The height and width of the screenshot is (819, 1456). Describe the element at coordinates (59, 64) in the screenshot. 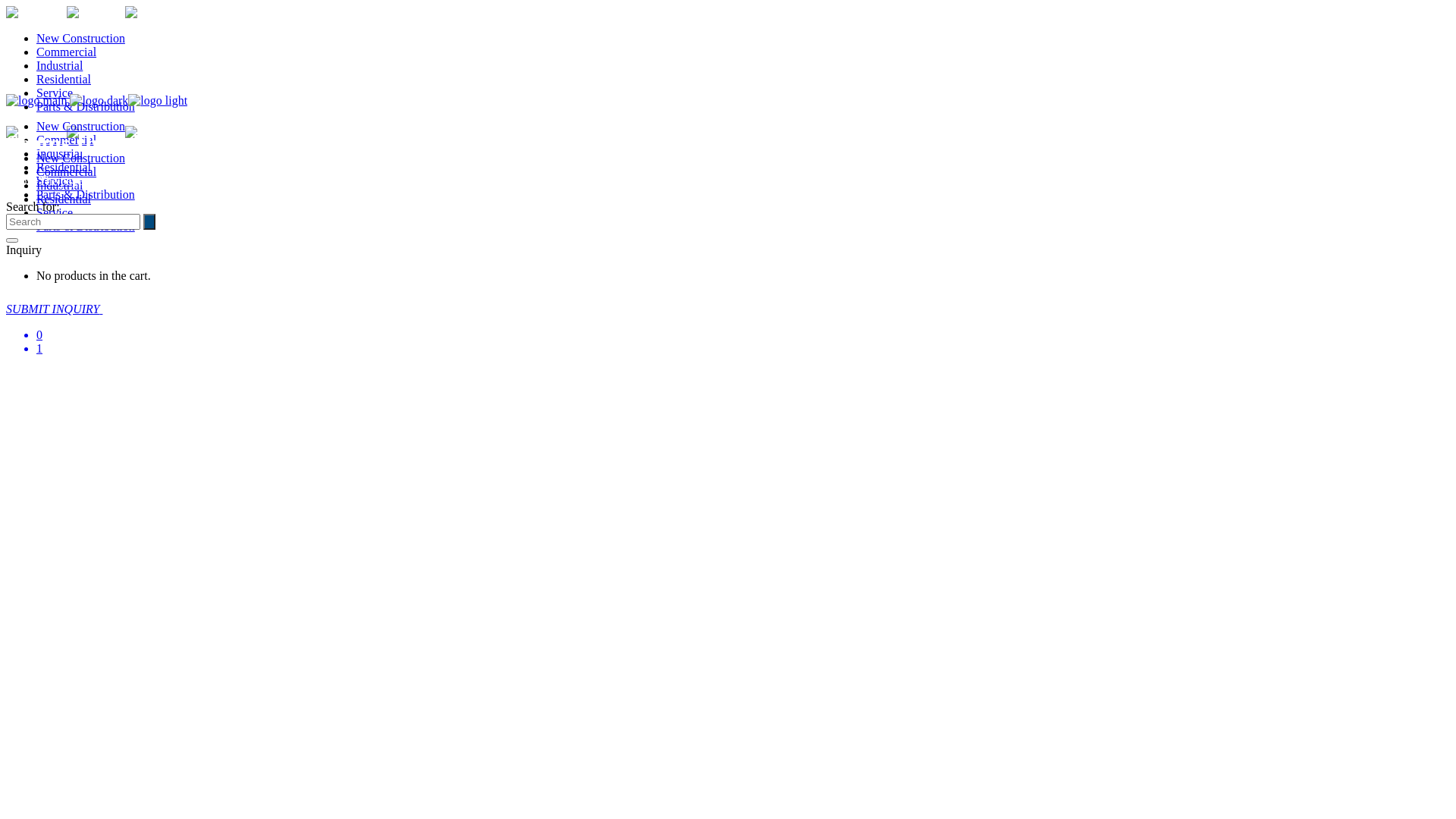

I see `'Industrial'` at that location.